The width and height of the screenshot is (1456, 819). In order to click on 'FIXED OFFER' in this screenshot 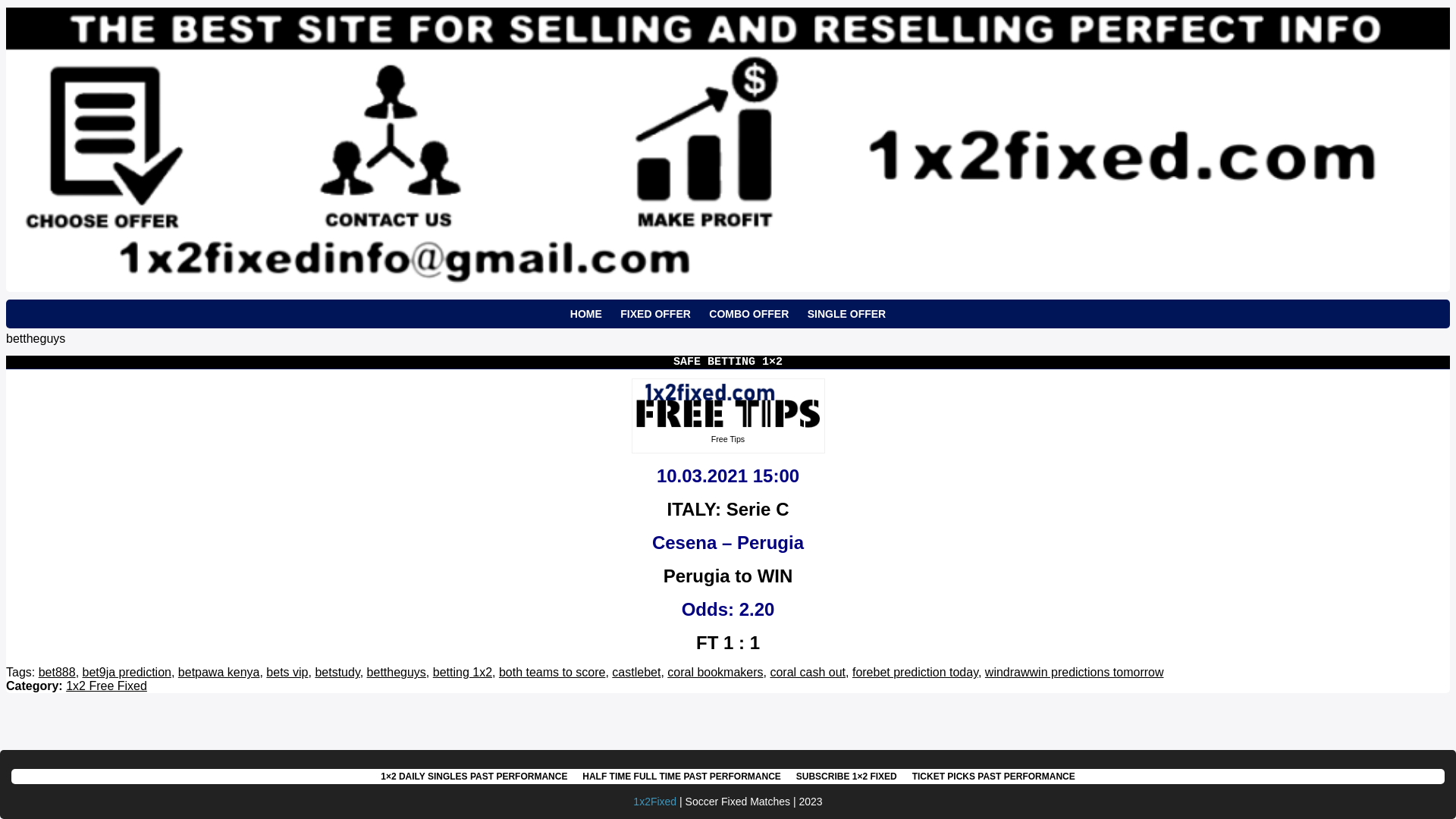, I will do `click(612, 312)`.